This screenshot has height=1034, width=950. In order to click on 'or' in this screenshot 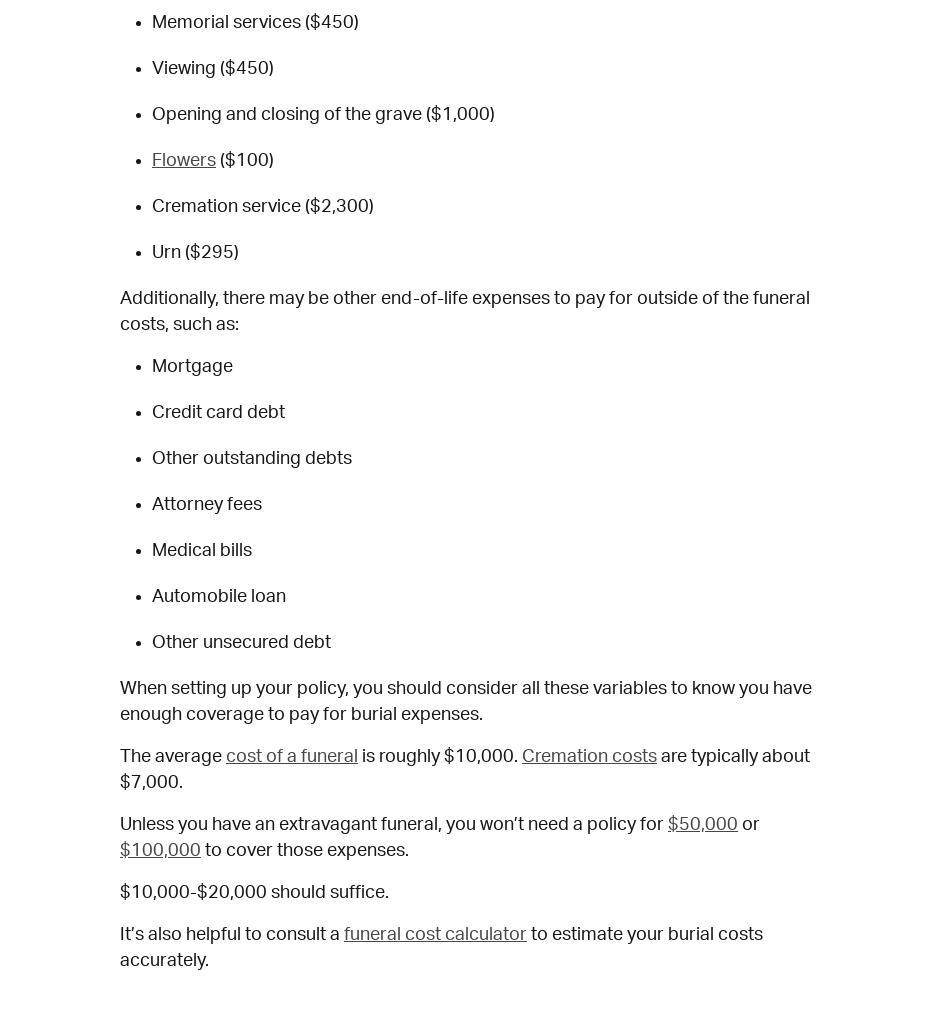, I will do `click(747, 824)`.